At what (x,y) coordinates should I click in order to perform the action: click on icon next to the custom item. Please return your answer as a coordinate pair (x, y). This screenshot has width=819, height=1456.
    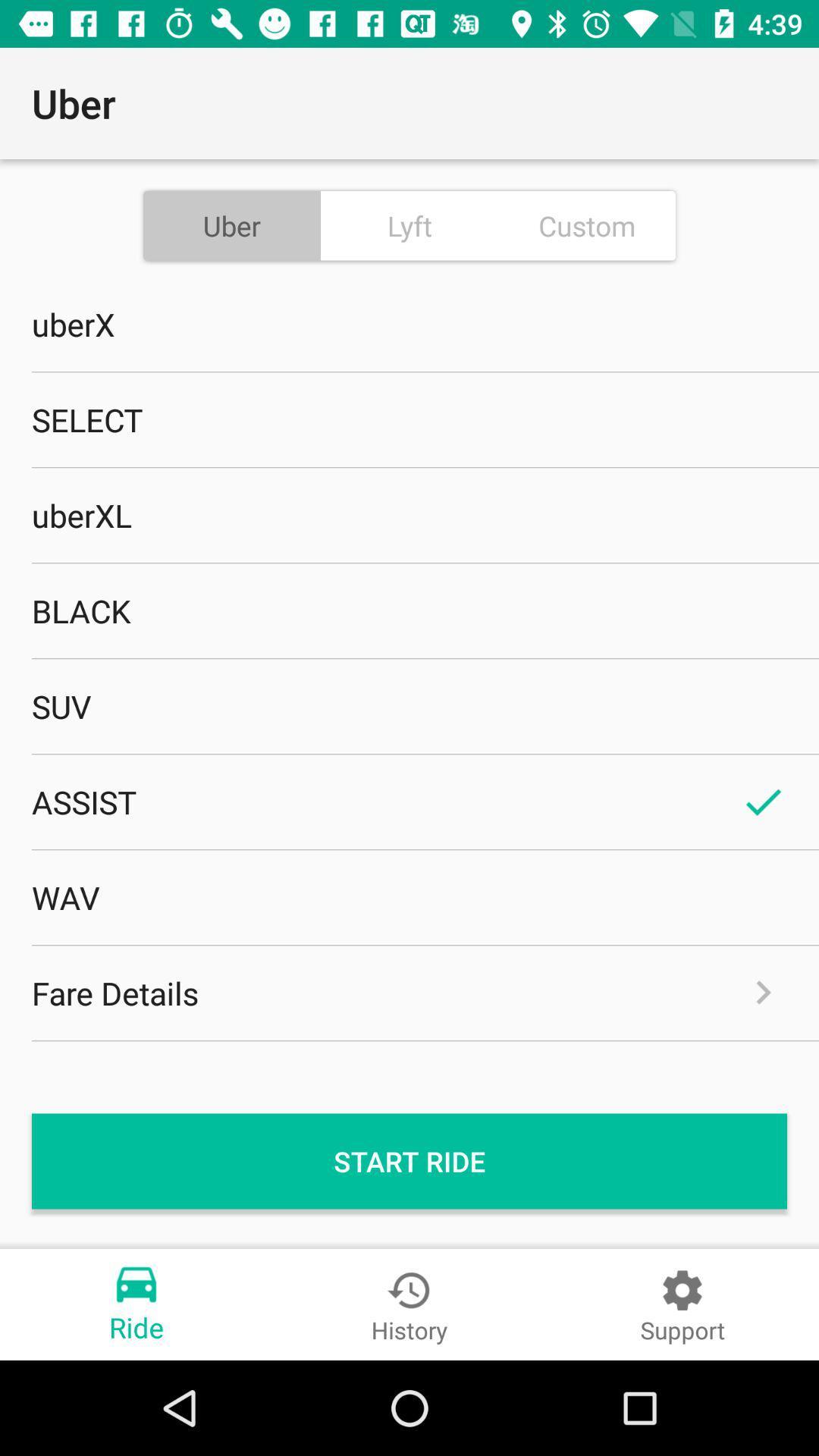
    Looking at the image, I should click on (409, 224).